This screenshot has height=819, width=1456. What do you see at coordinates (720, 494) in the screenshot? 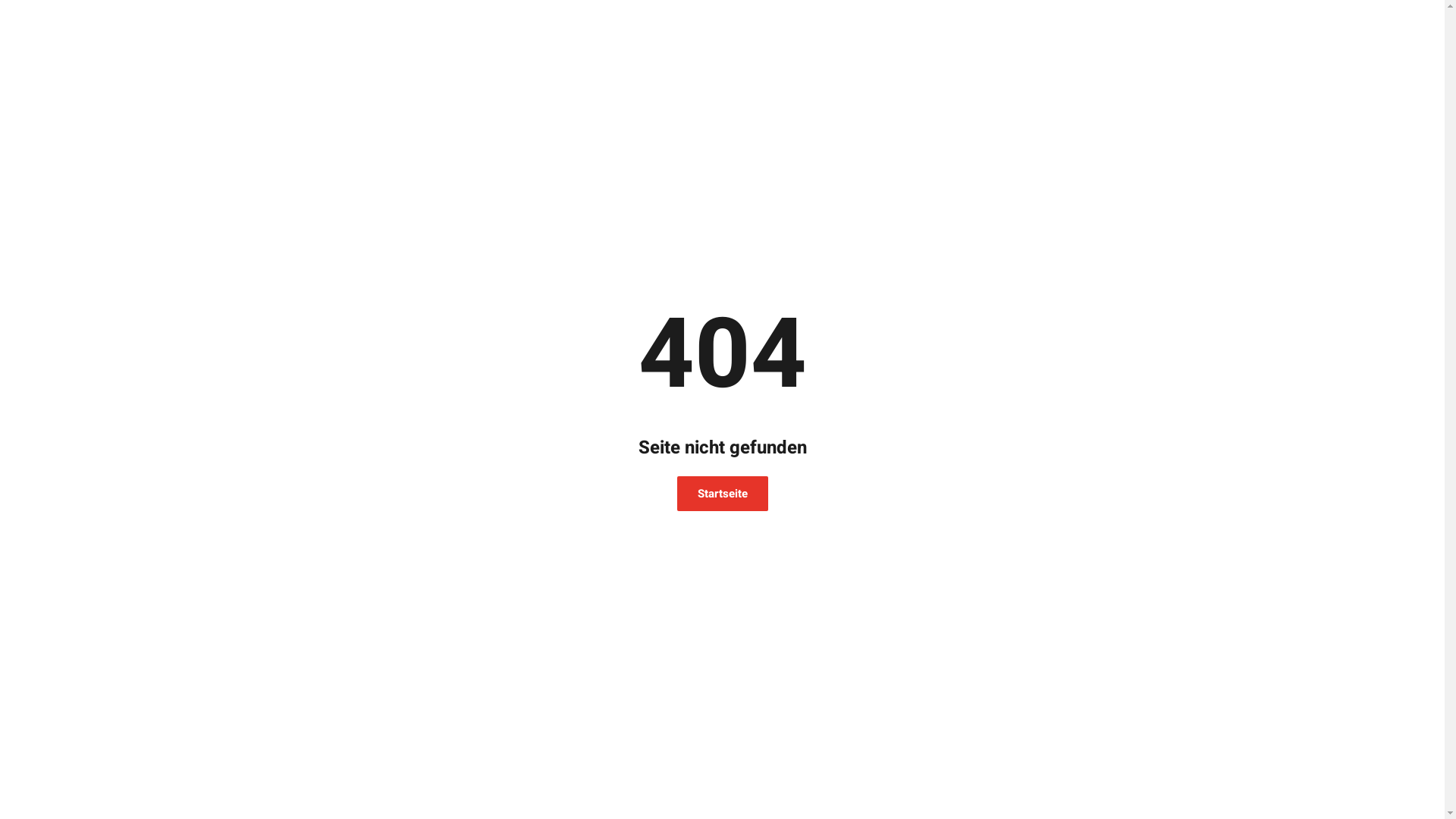
I see `'Startseite'` at bounding box center [720, 494].